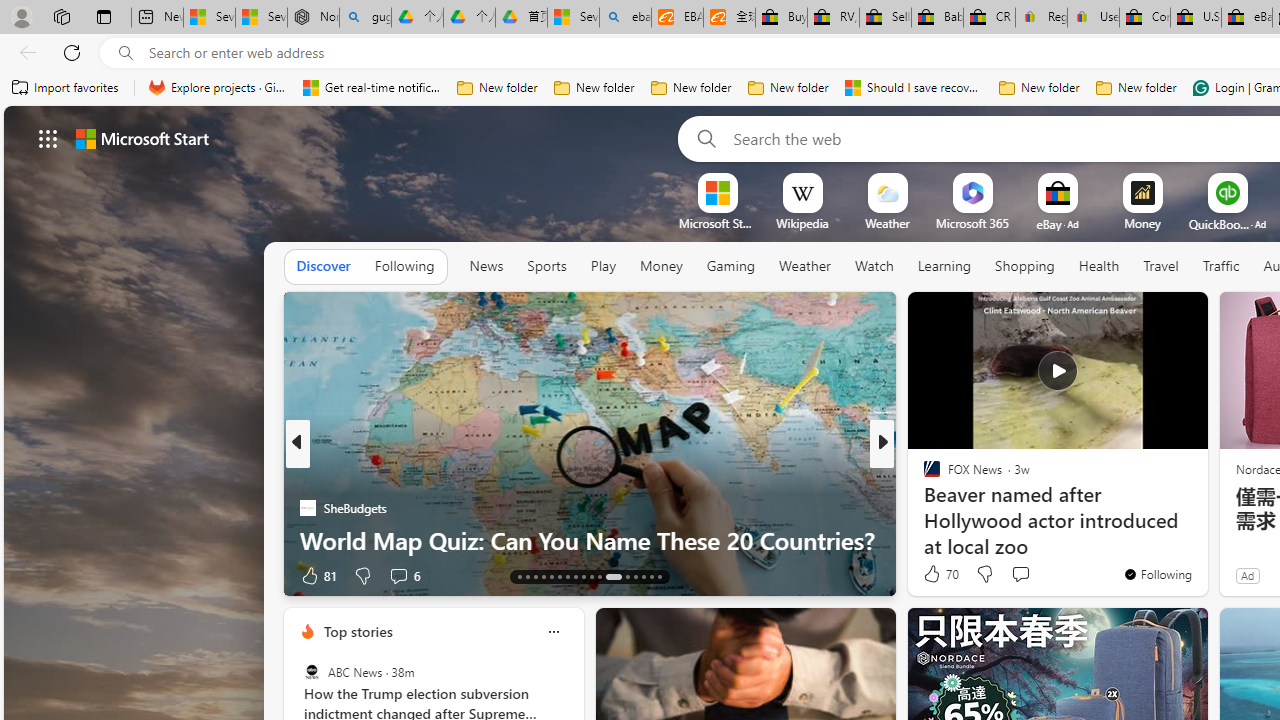  I want to click on 'Start the conversation', so click(1020, 574).